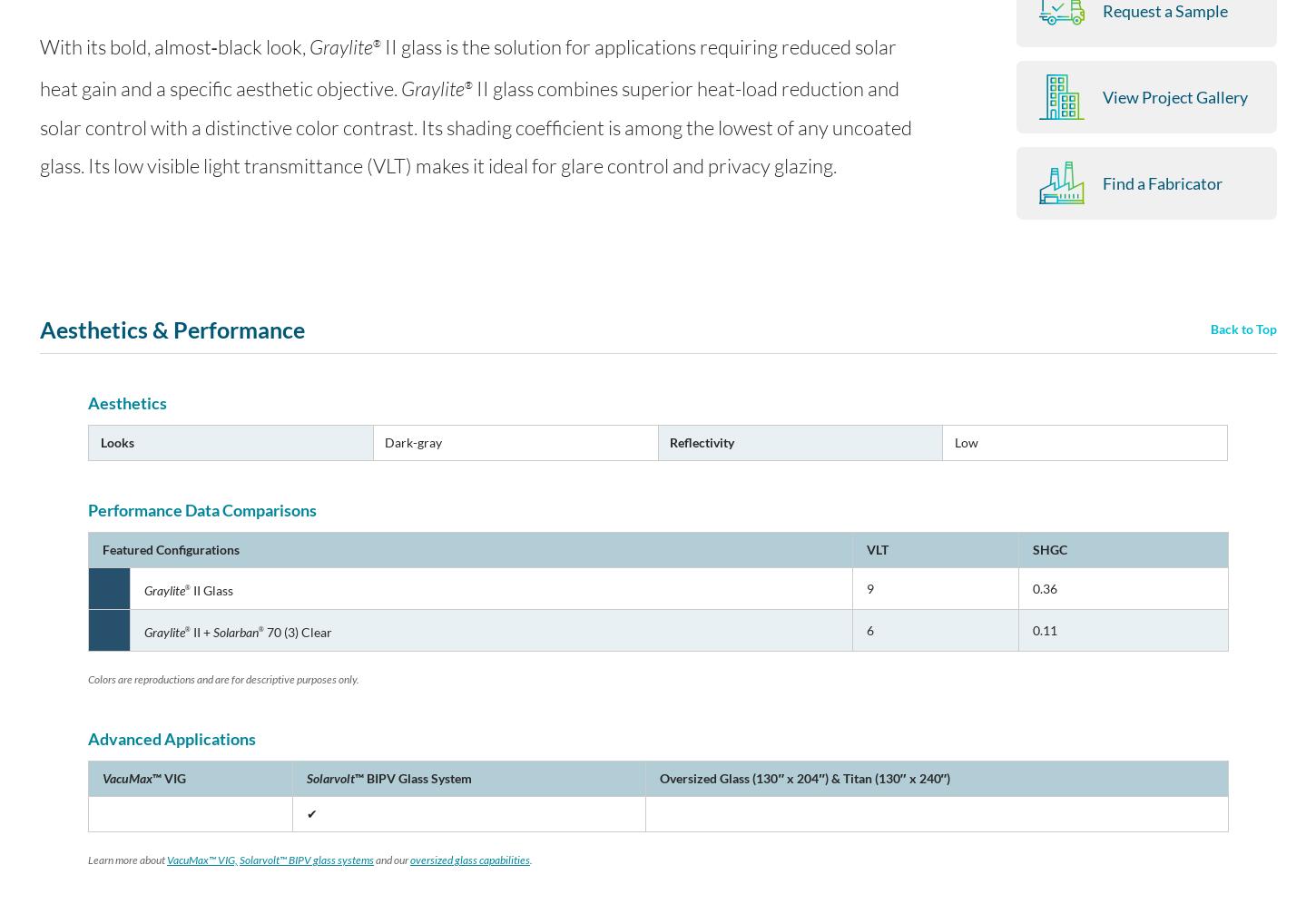 This screenshot has width=1316, height=914. Describe the element at coordinates (653, 800) in the screenshot. I see `'This website stores cookies on your computer. These cookies are used to collect information about how you interact with our website and allow us to improve and customize your browsing experience and for analytics and metrics about our visitors both on this website and other media. To find out more about the cookies we use, see our Privacy Policy.'` at that location.